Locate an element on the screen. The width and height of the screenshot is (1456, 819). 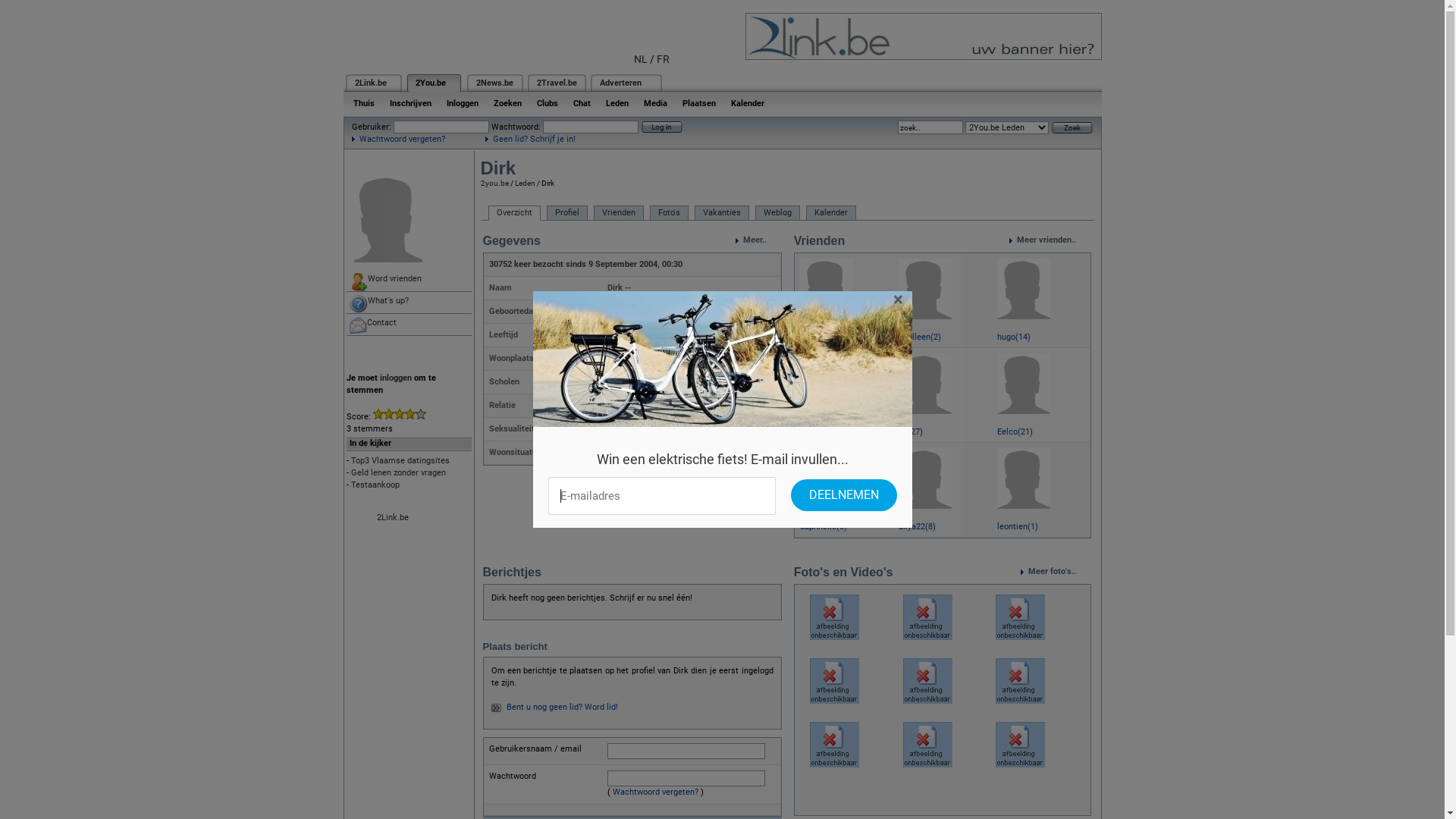
'Inschrijven' is located at coordinates (410, 102).